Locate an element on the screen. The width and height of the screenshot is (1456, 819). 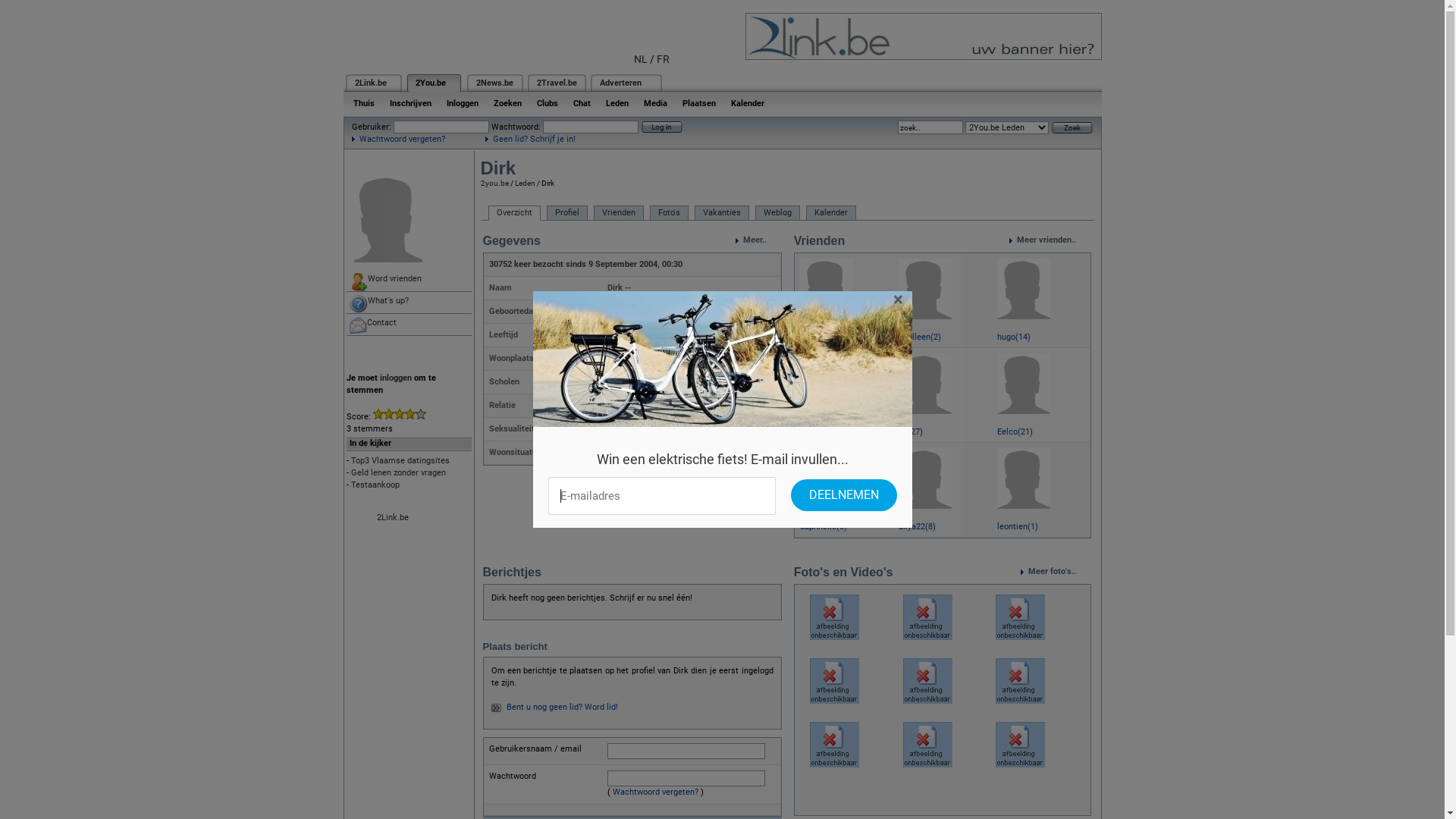
'Inschrijven' is located at coordinates (410, 102).